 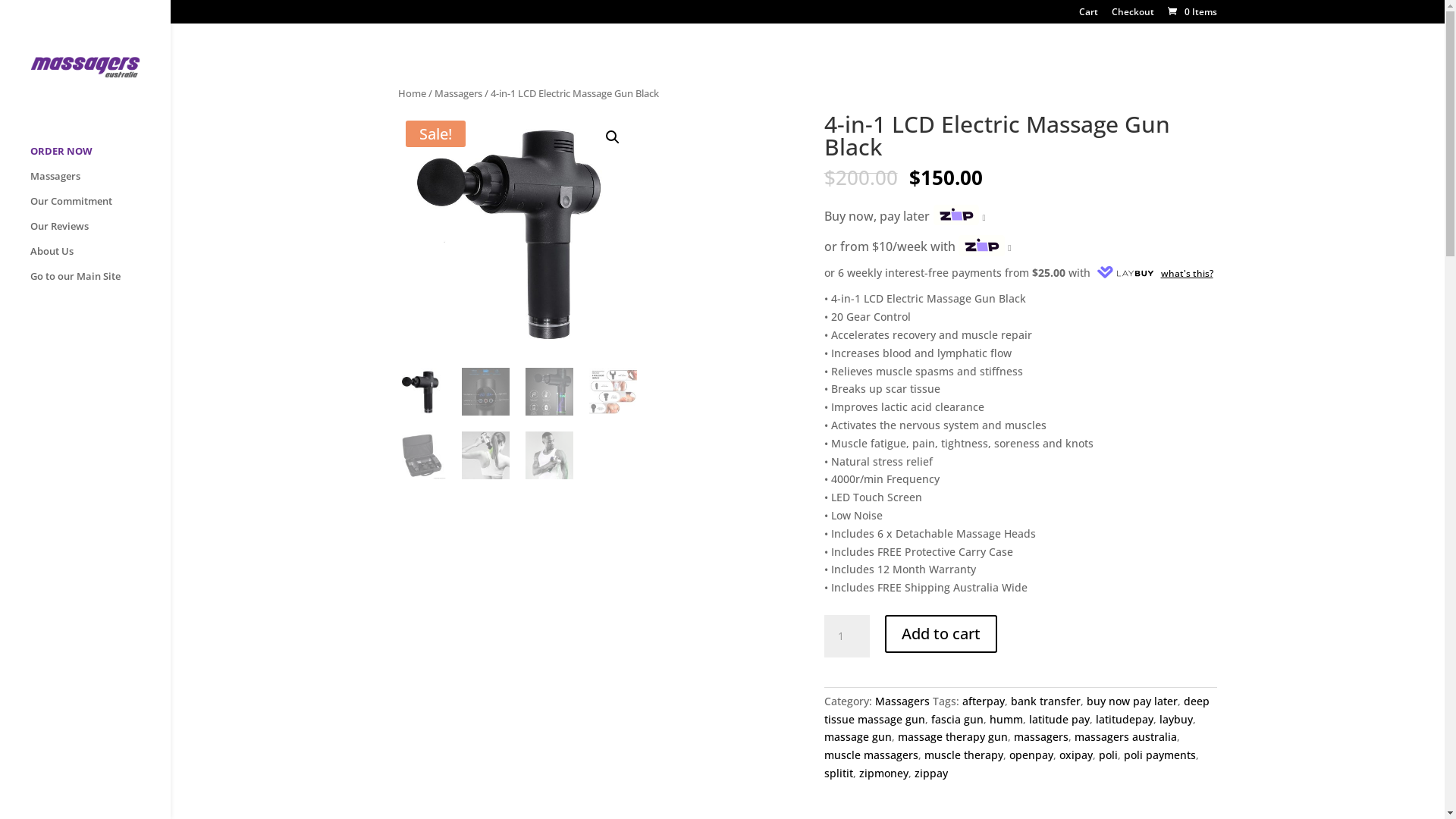 What do you see at coordinates (858, 736) in the screenshot?
I see `'massage gun'` at bounding box center [858, 736].